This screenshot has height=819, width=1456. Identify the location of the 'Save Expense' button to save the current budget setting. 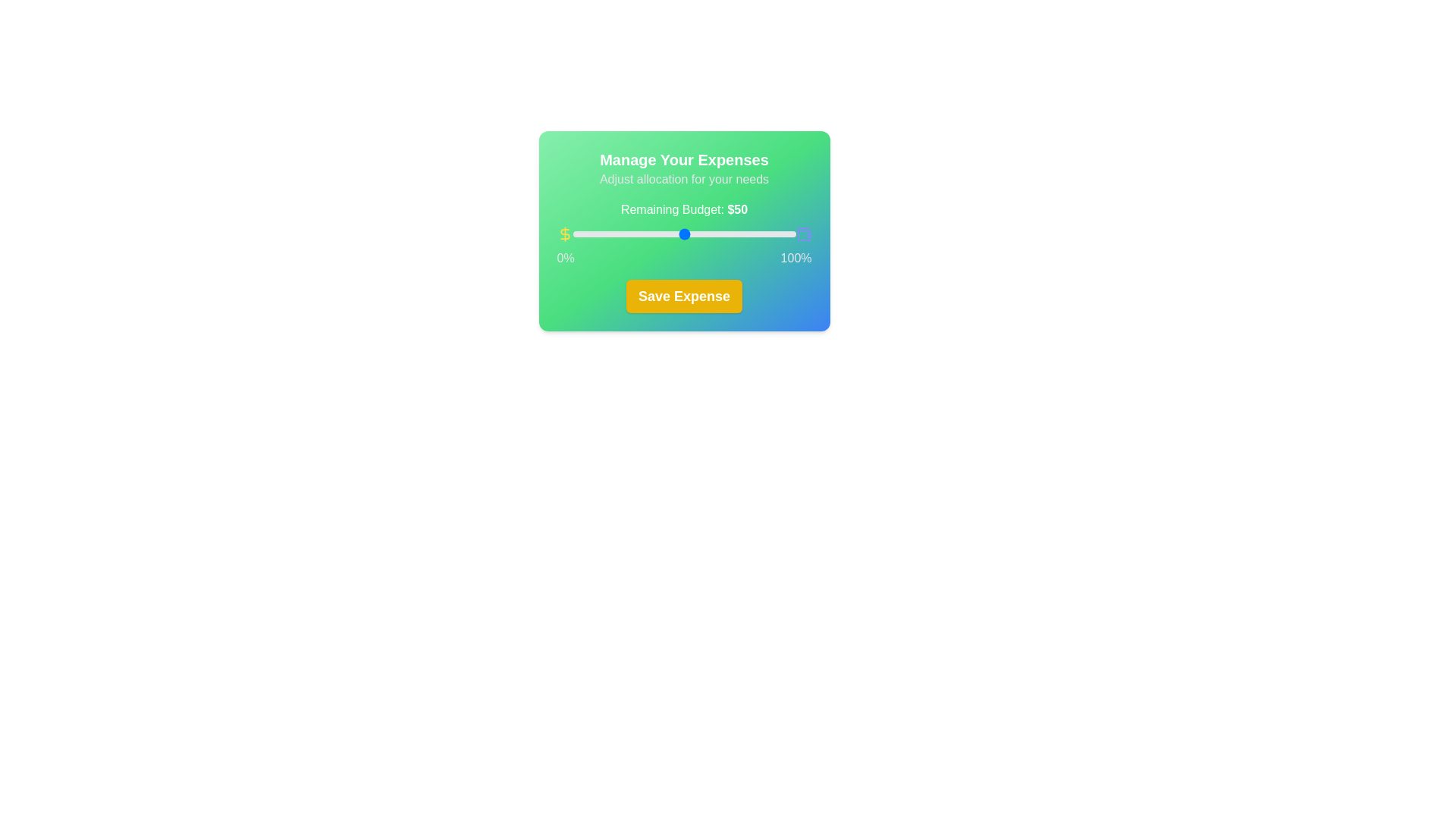
(683, 296).